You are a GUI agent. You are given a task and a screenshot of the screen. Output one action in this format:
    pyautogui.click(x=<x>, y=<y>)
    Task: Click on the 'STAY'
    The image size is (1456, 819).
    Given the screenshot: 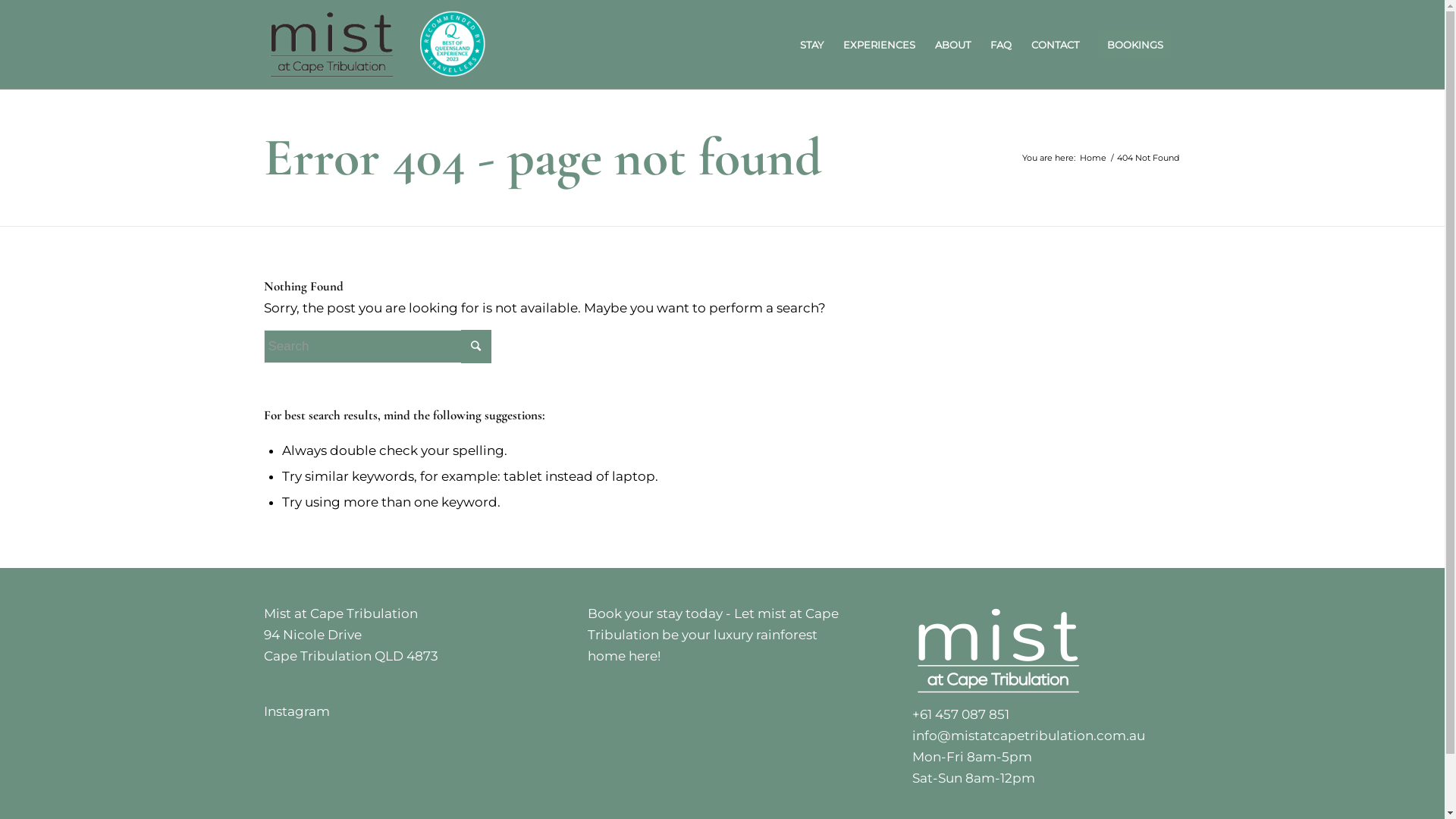 What is the action you would take?
    pyautogui.click(x=811, y=43)
    